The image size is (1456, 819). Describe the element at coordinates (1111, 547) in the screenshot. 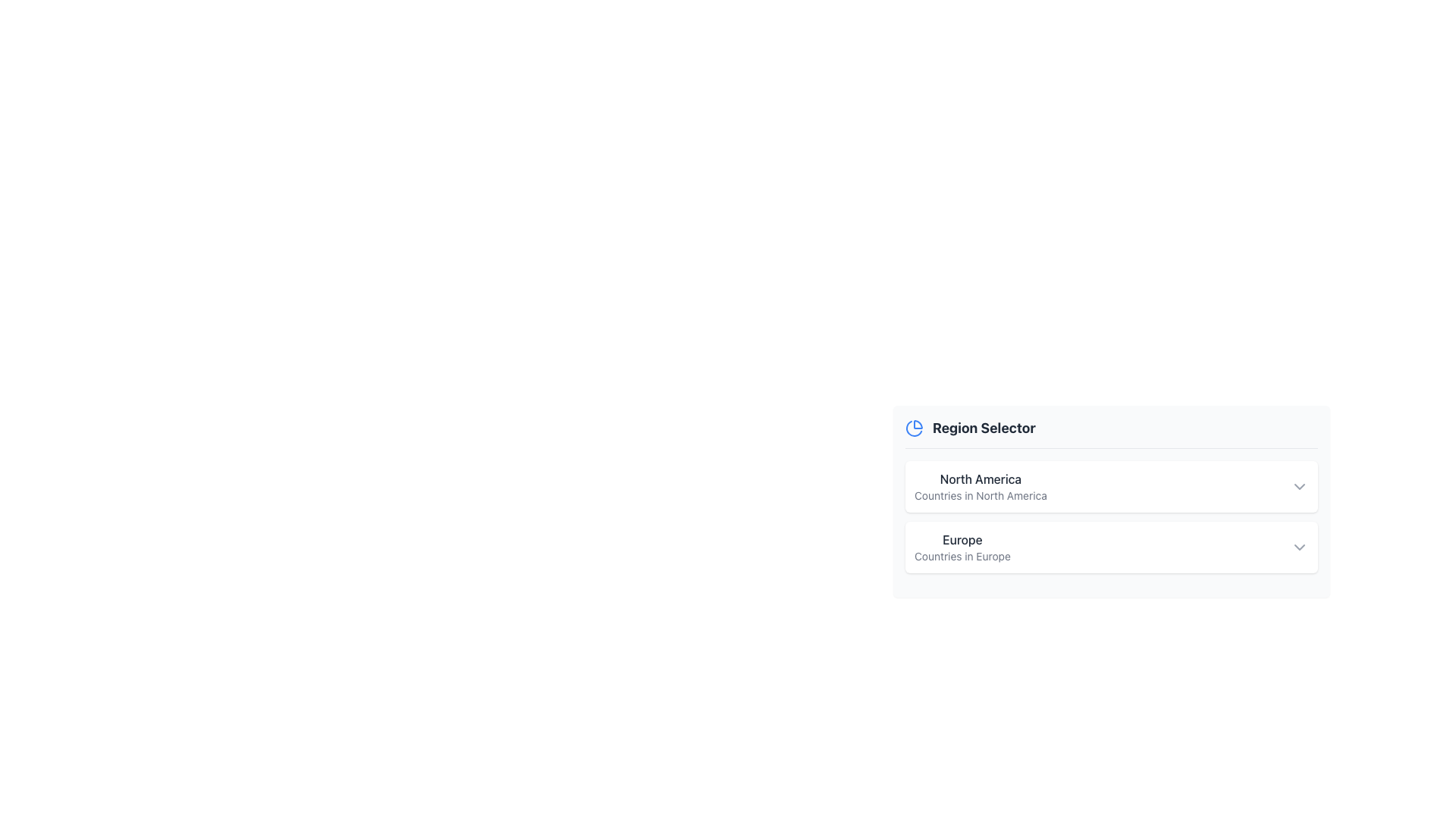

I see `the second list item labeled 'Europe'` at that location.